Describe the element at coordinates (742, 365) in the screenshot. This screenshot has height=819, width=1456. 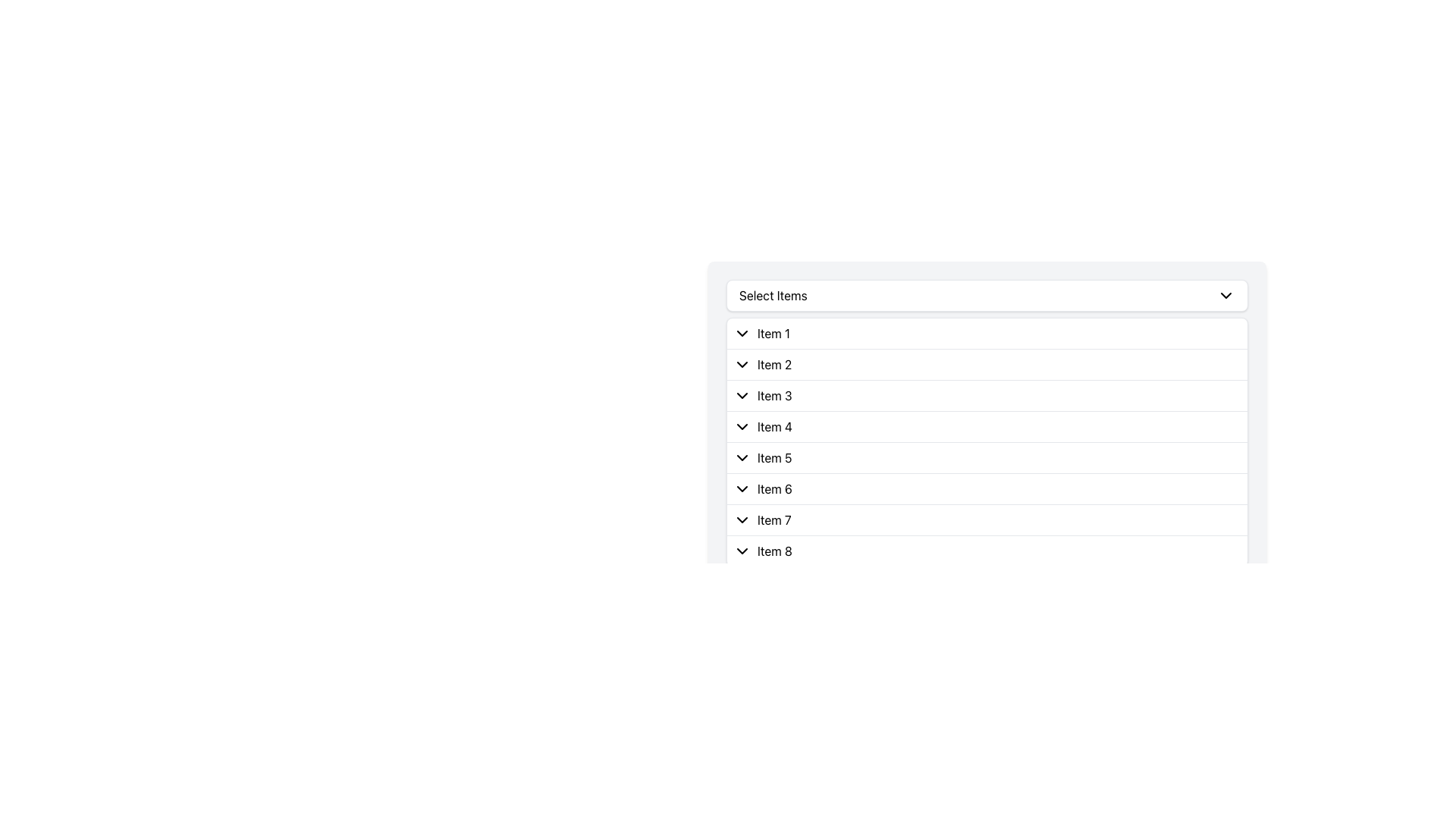
I see `the Chevron icon next to 'Item 2'` at that location.